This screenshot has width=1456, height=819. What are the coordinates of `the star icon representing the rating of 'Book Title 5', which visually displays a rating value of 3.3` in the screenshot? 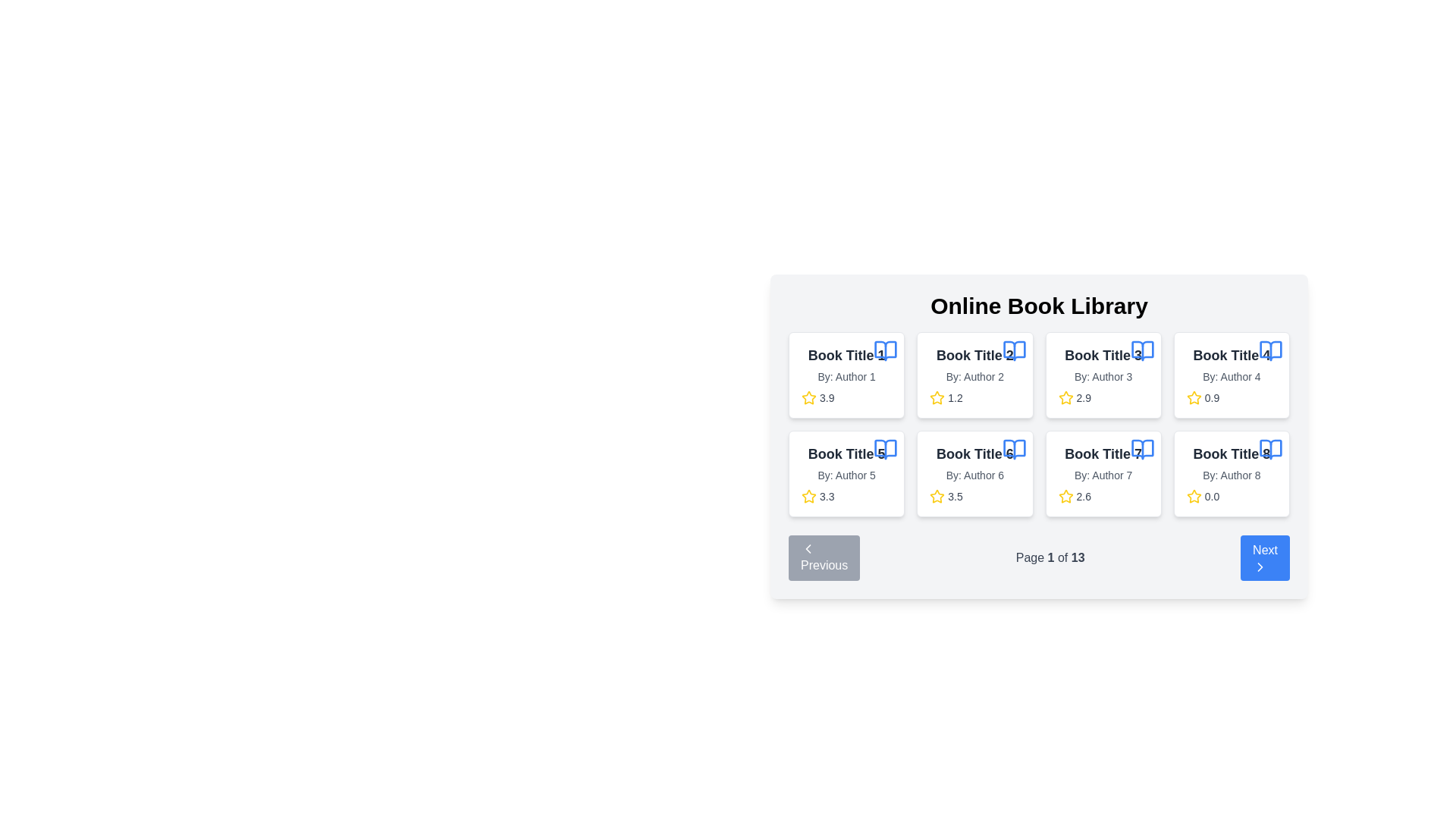 It's located at (808, 497).